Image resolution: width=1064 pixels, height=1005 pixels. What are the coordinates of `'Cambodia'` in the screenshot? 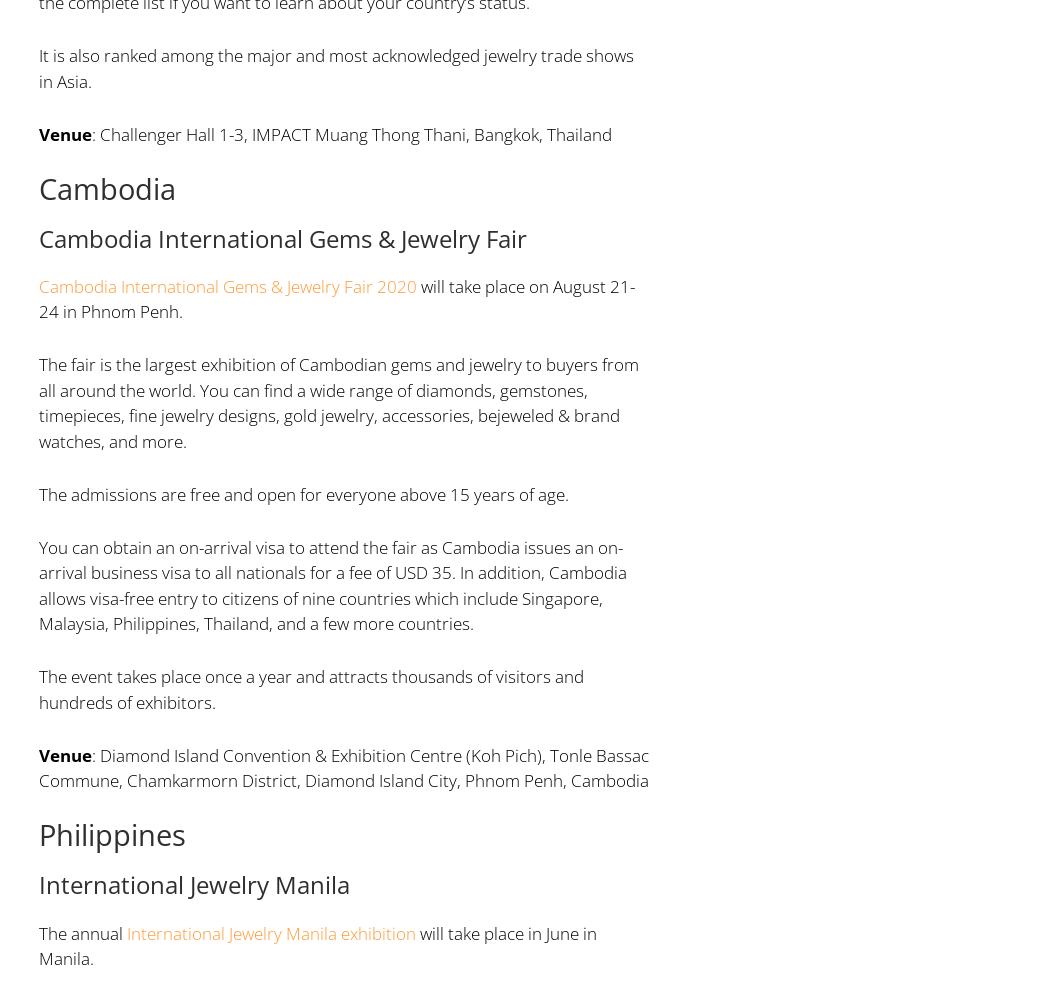 It's located at (37, 186).